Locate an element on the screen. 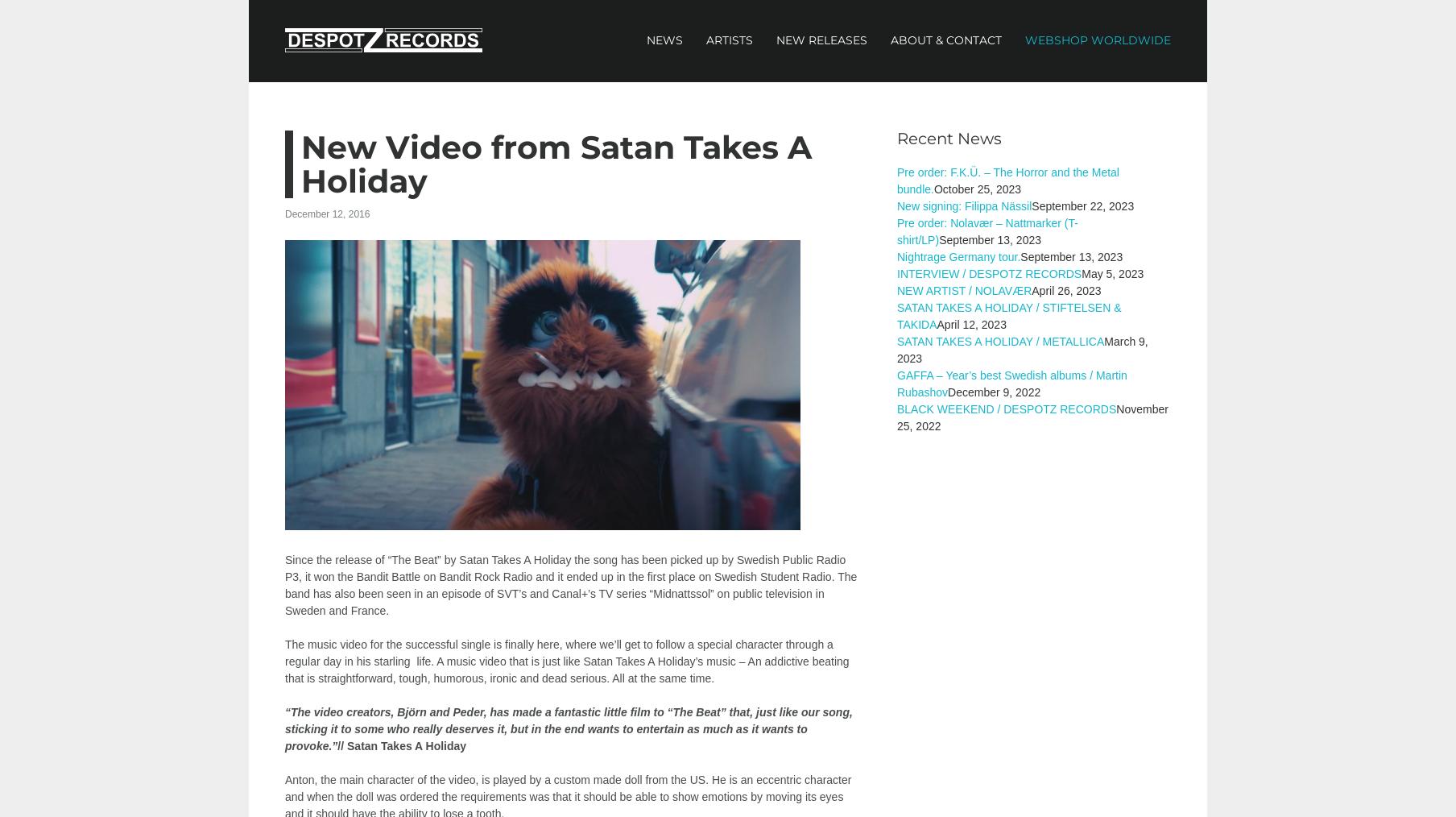  'Nightrage Germany tour.' is located at coordinates (958, 257).